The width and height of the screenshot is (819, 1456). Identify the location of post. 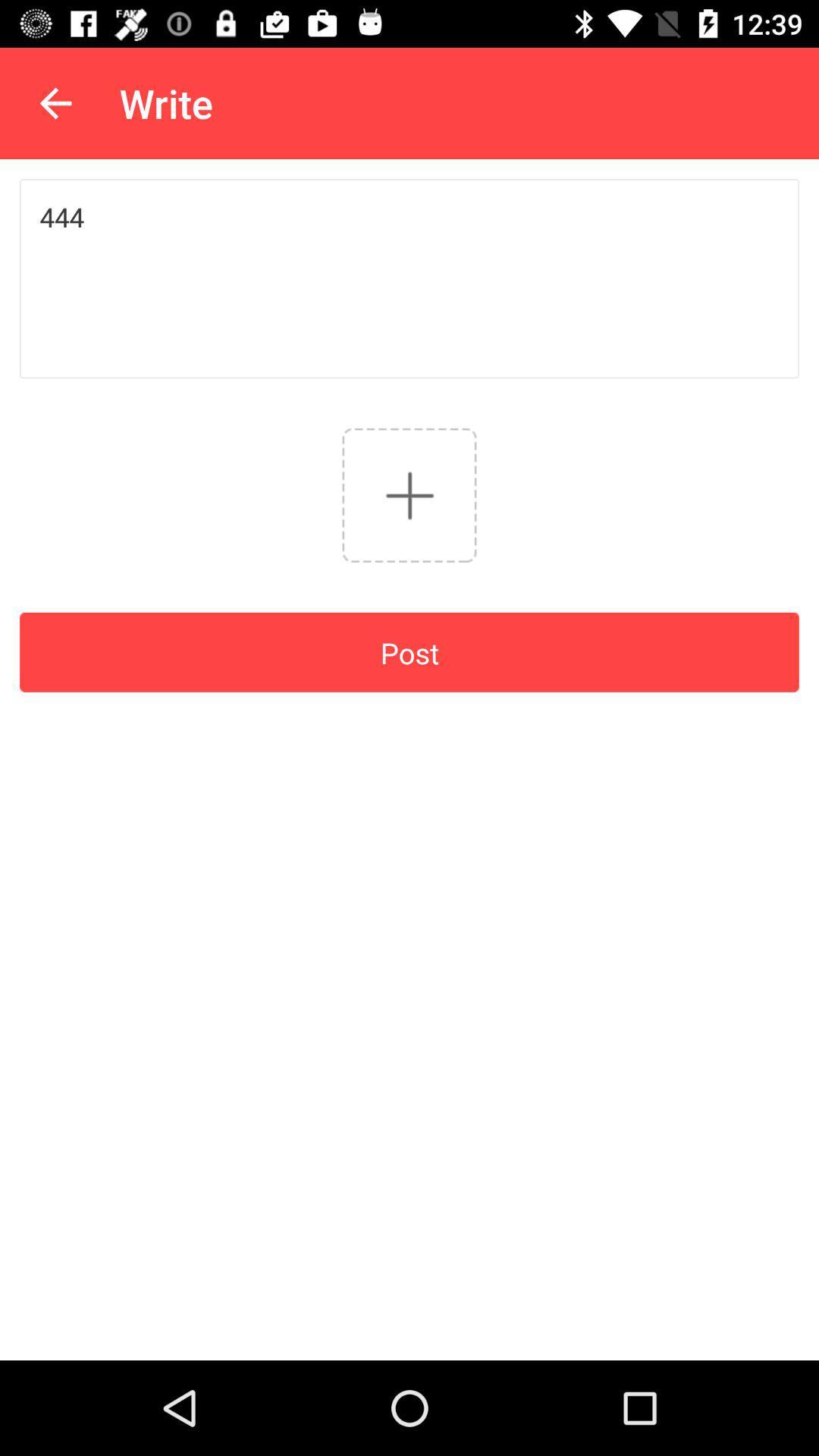
(409, 495).